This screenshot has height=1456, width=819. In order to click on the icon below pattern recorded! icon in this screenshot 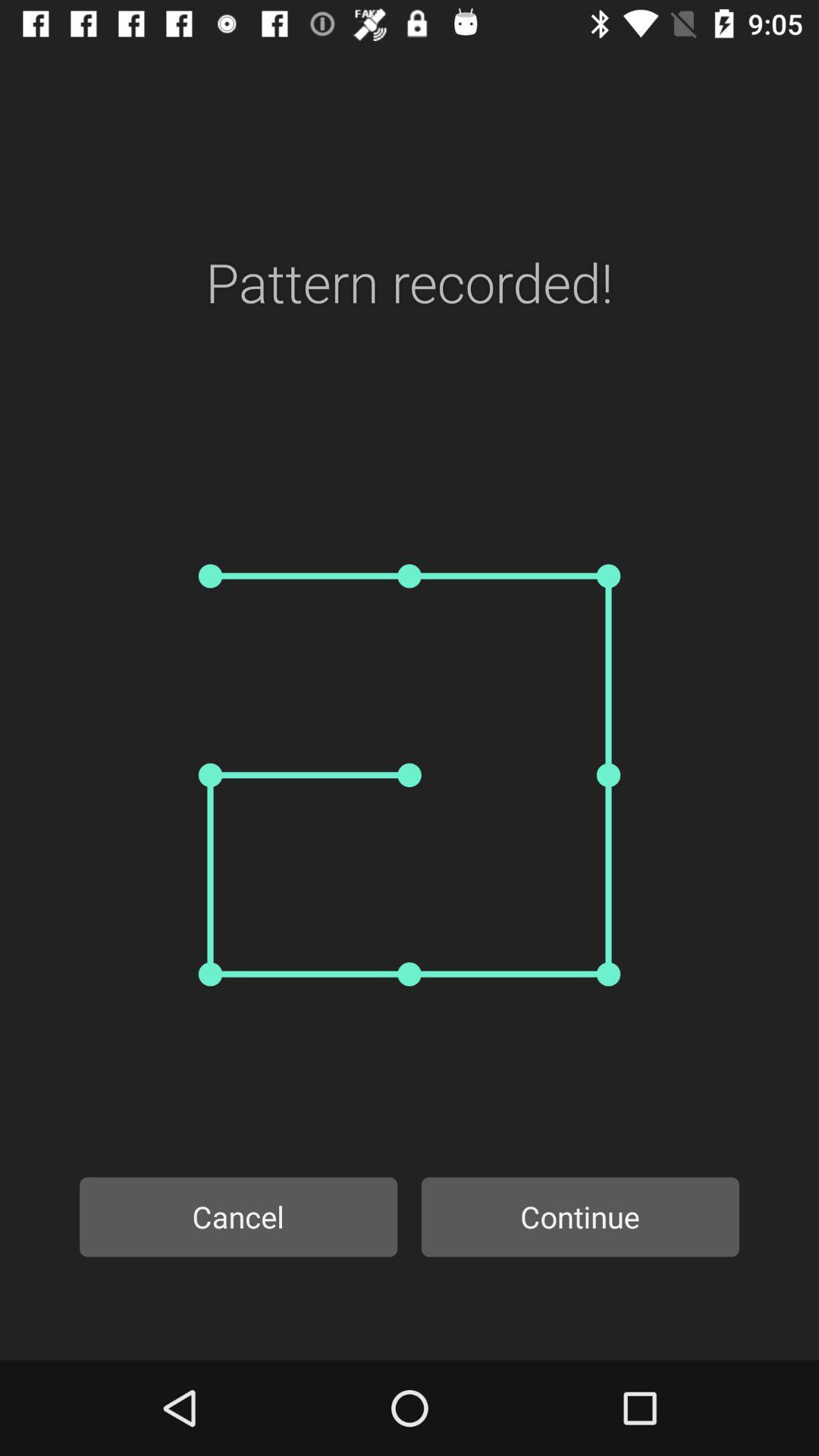, I will do `click(409, 775)`.